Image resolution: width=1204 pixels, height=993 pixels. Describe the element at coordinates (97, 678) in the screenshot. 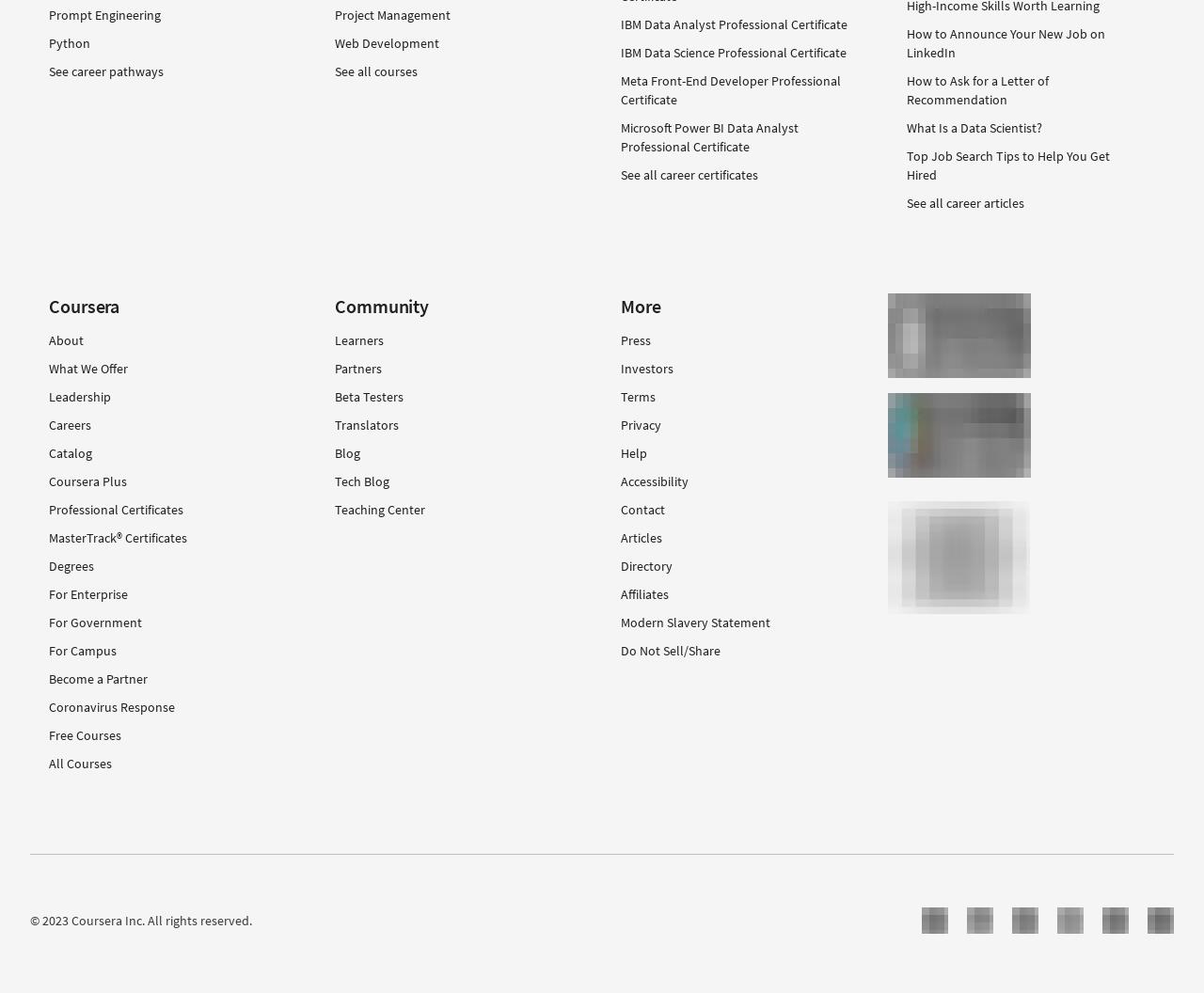

I see `'Become a Partner'` at that location.